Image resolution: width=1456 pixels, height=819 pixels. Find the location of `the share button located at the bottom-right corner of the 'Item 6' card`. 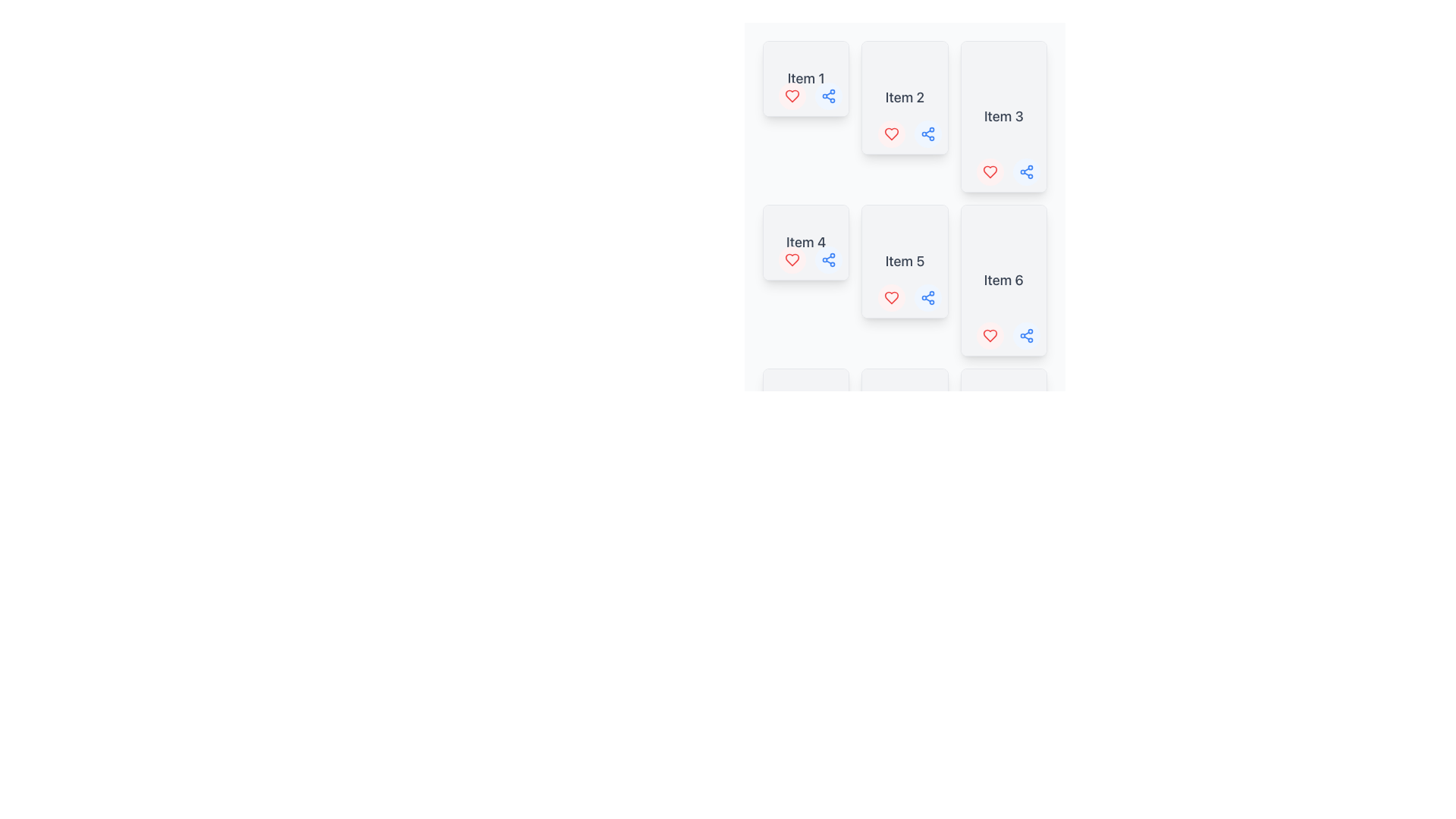

the share button located at the bottom-right corner of the 'Item 6' card is located at coordinates (1026, 335).